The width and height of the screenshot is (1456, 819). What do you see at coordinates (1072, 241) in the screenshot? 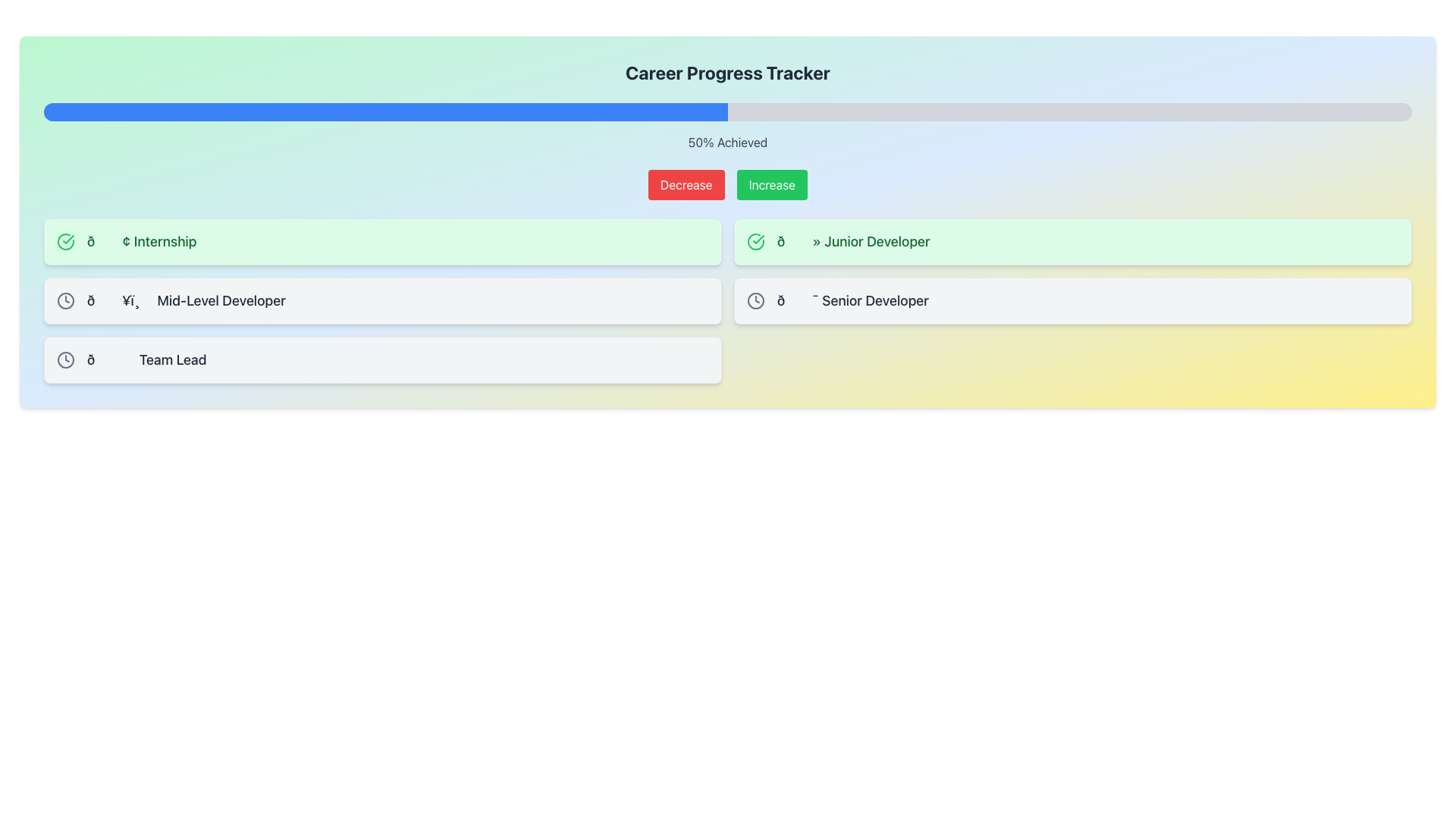
I see `the 'Junior Developer' panel located in the top row of the grid layout` at bounding box center [1072, 241].